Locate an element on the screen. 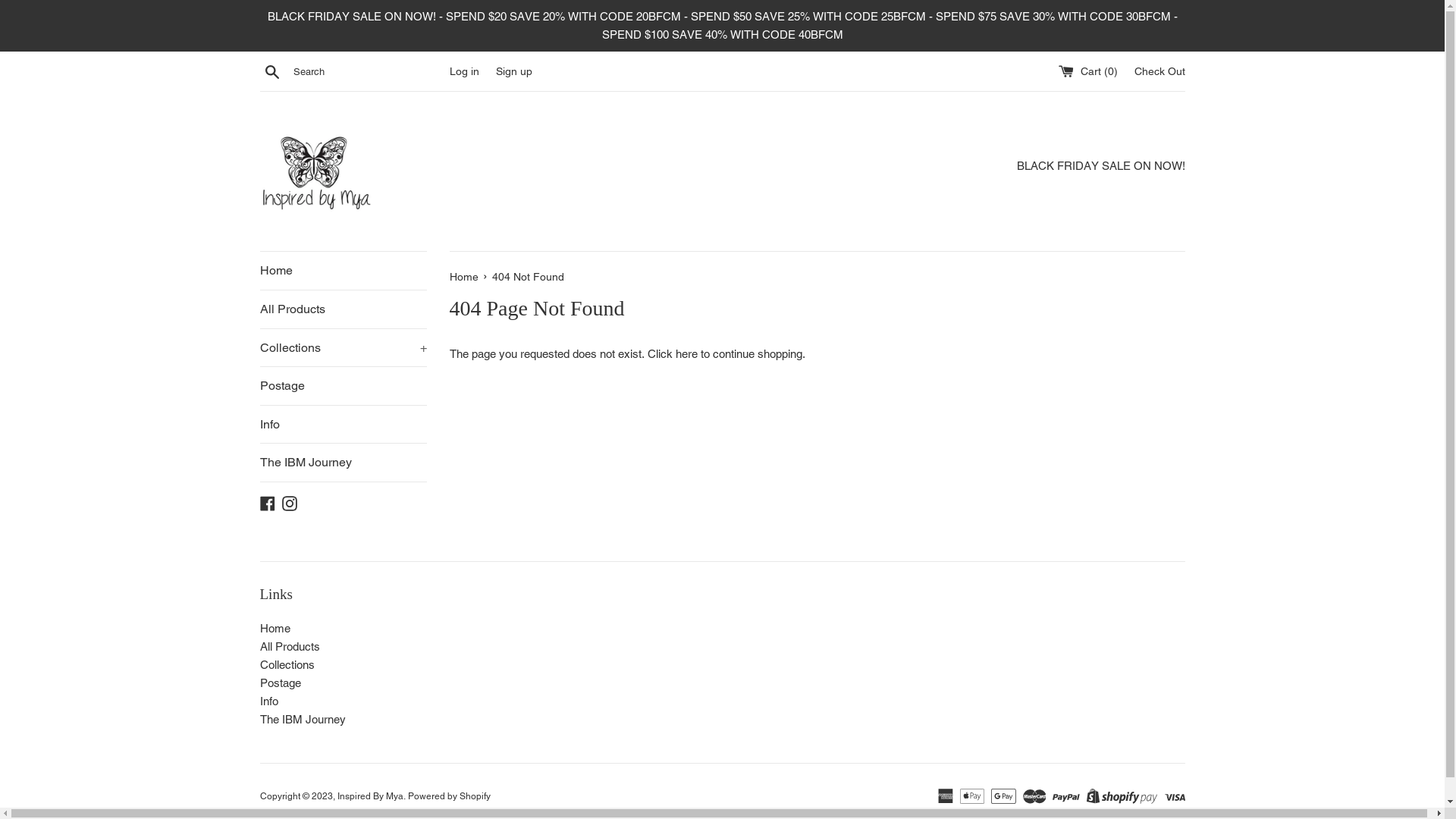 Image resolution: width=1456 pixels, height=819 pixels. 'All Products' is located at coordinates (289, 646).